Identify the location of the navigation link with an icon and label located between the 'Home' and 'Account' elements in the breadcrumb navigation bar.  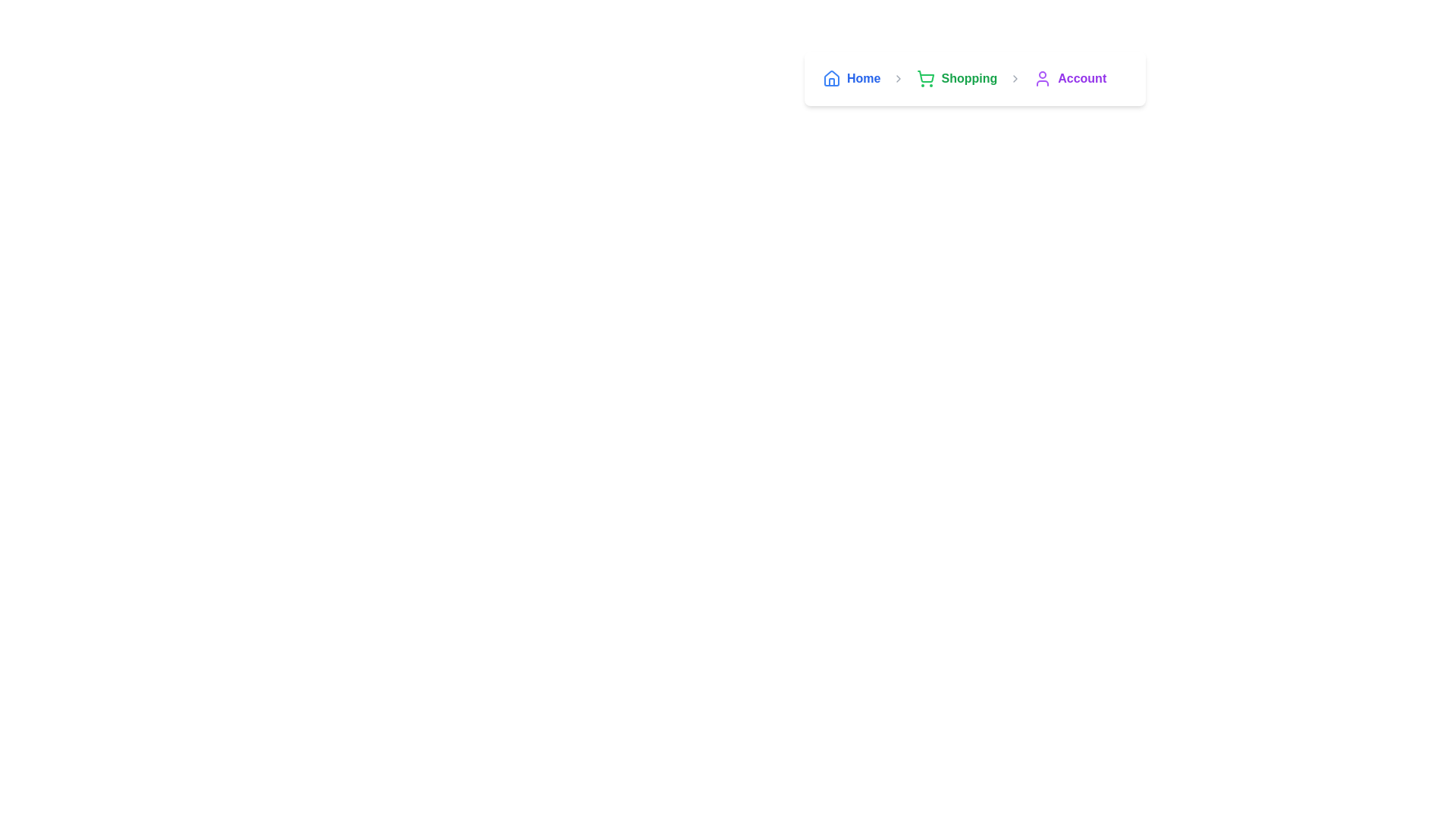
(956, 79).